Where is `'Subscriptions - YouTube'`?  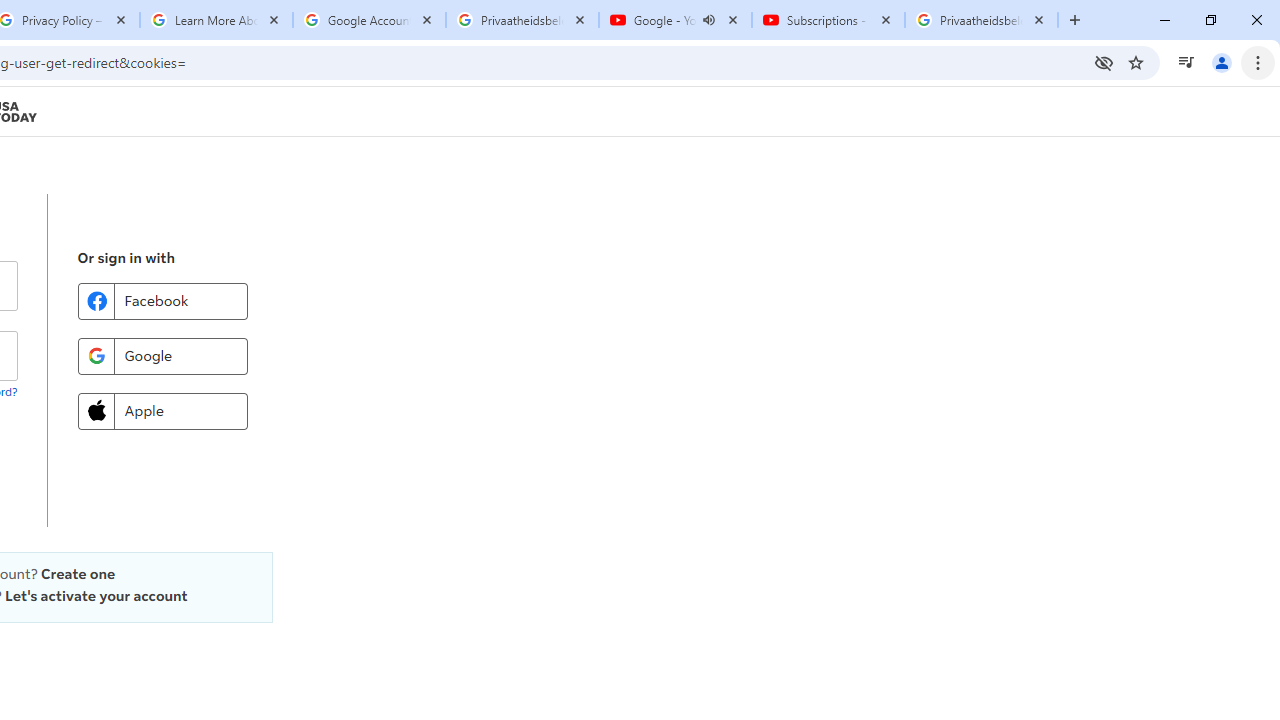 'Subscriptions - YouTube' is located at coordinates (828, 20).